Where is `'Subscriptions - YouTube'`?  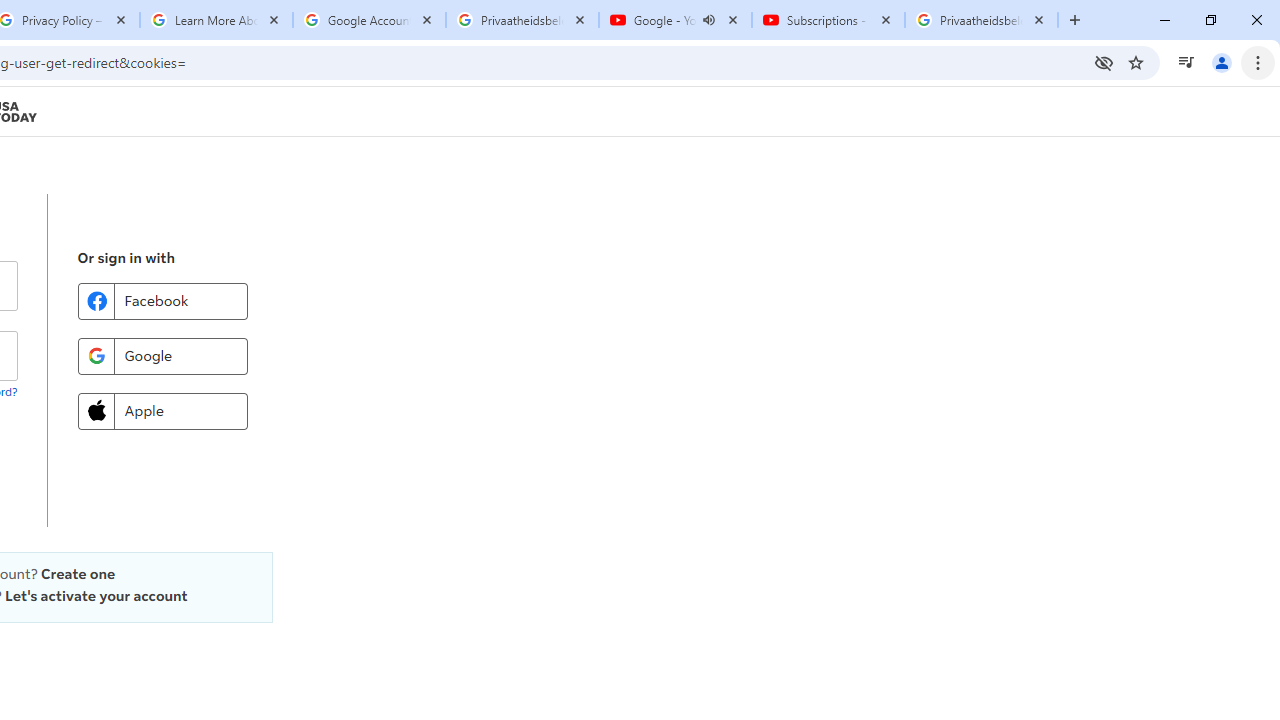 'Subscriptions - YouTube' is located at coordinates (828, 20).